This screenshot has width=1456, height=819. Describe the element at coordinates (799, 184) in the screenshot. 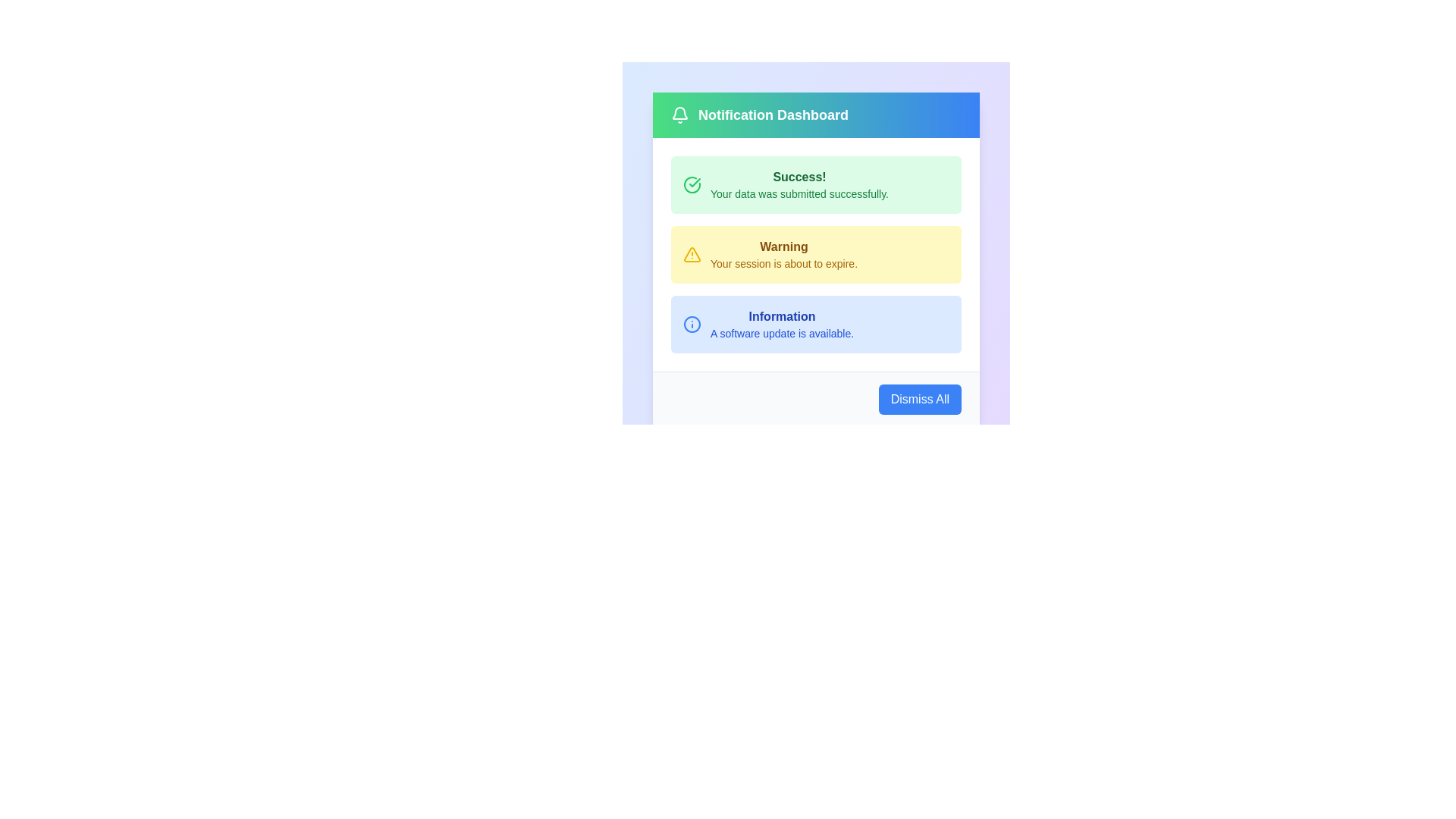

I see `text block displaying the message 'Success! Your data was submitted successfully.' which is styled with a green background and consists of two lines, with the first line 'Success!' in bold` at that location.